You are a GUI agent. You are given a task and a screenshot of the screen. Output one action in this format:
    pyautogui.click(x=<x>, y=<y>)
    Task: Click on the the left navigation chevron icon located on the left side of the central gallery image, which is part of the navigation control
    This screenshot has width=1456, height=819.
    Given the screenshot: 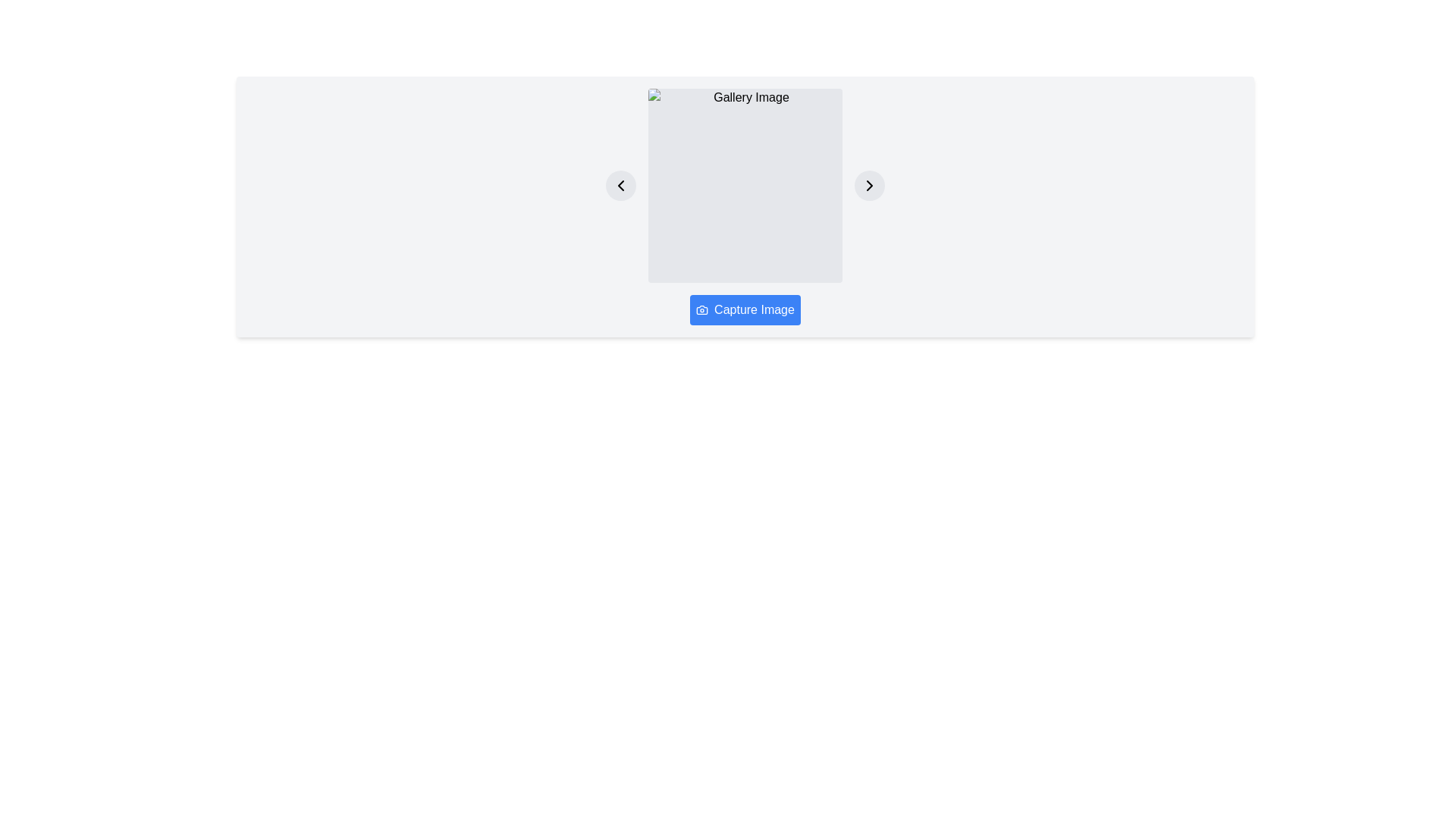 What is the action you would take?
    pyautogui.click(x=621, y=185)
    